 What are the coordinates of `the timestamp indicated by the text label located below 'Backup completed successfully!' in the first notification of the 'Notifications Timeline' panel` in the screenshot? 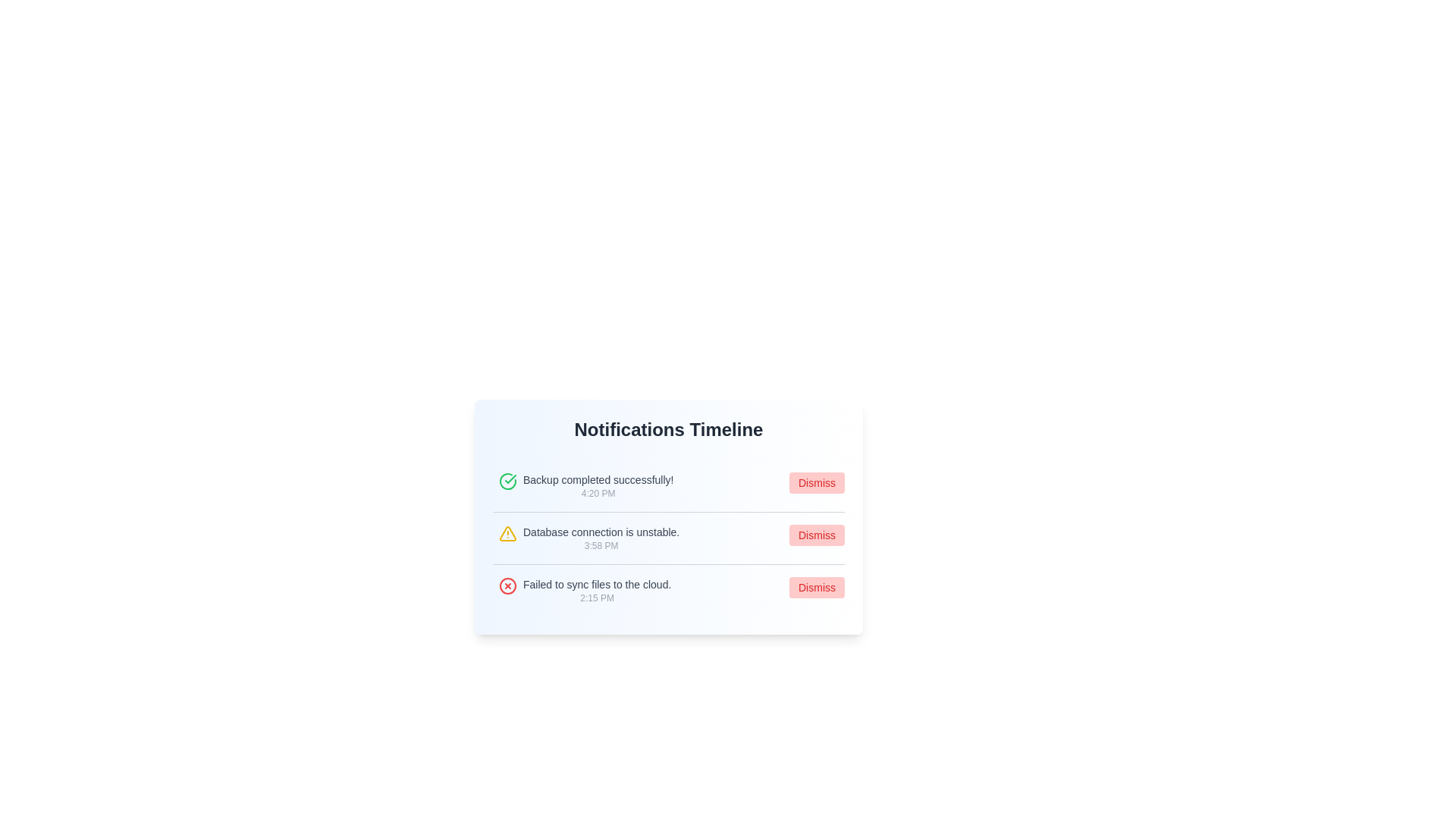 It's located at (598, 494).